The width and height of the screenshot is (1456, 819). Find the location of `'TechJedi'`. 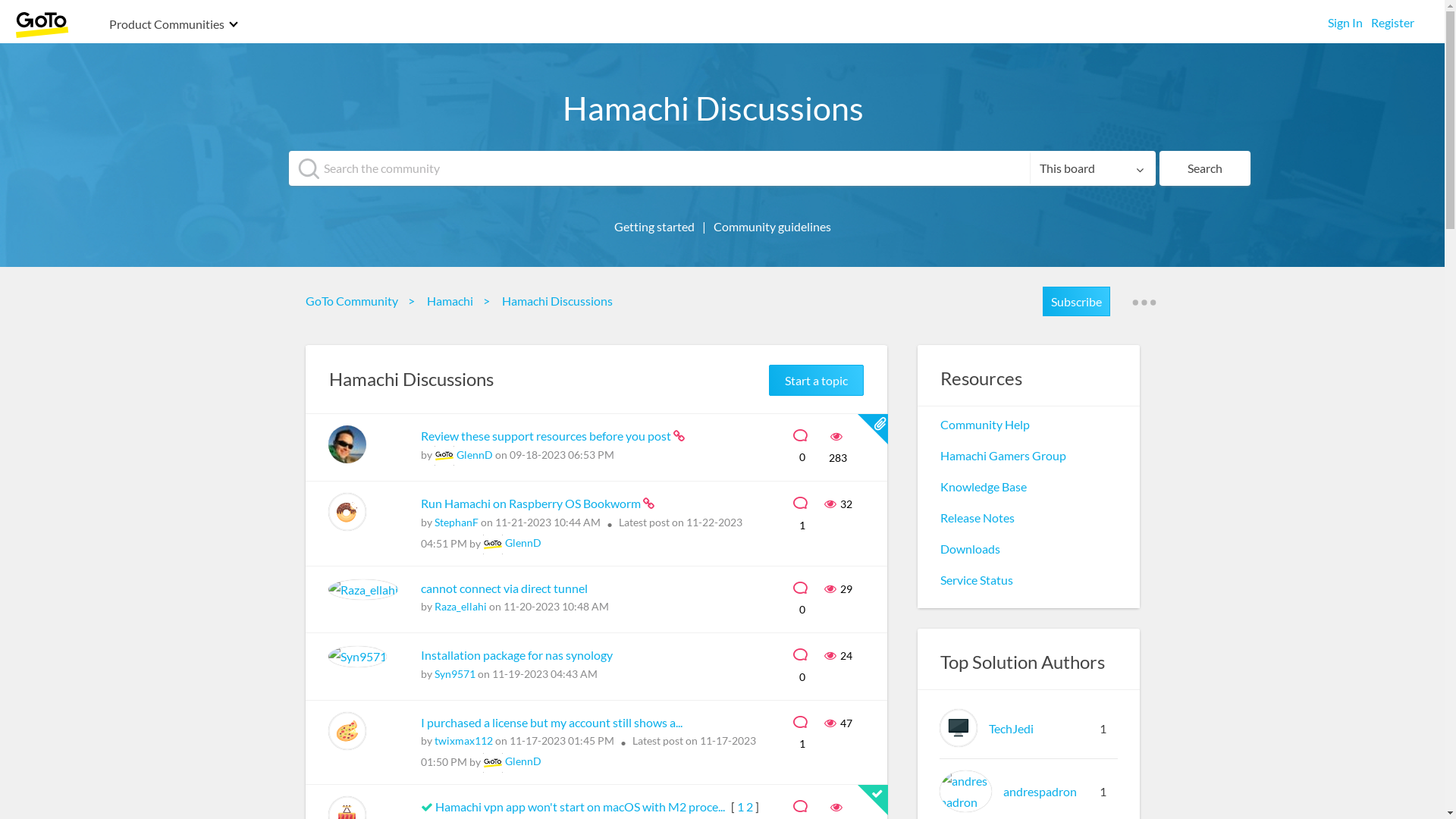

'TechJedi' is located at coordinates (1011, 727).